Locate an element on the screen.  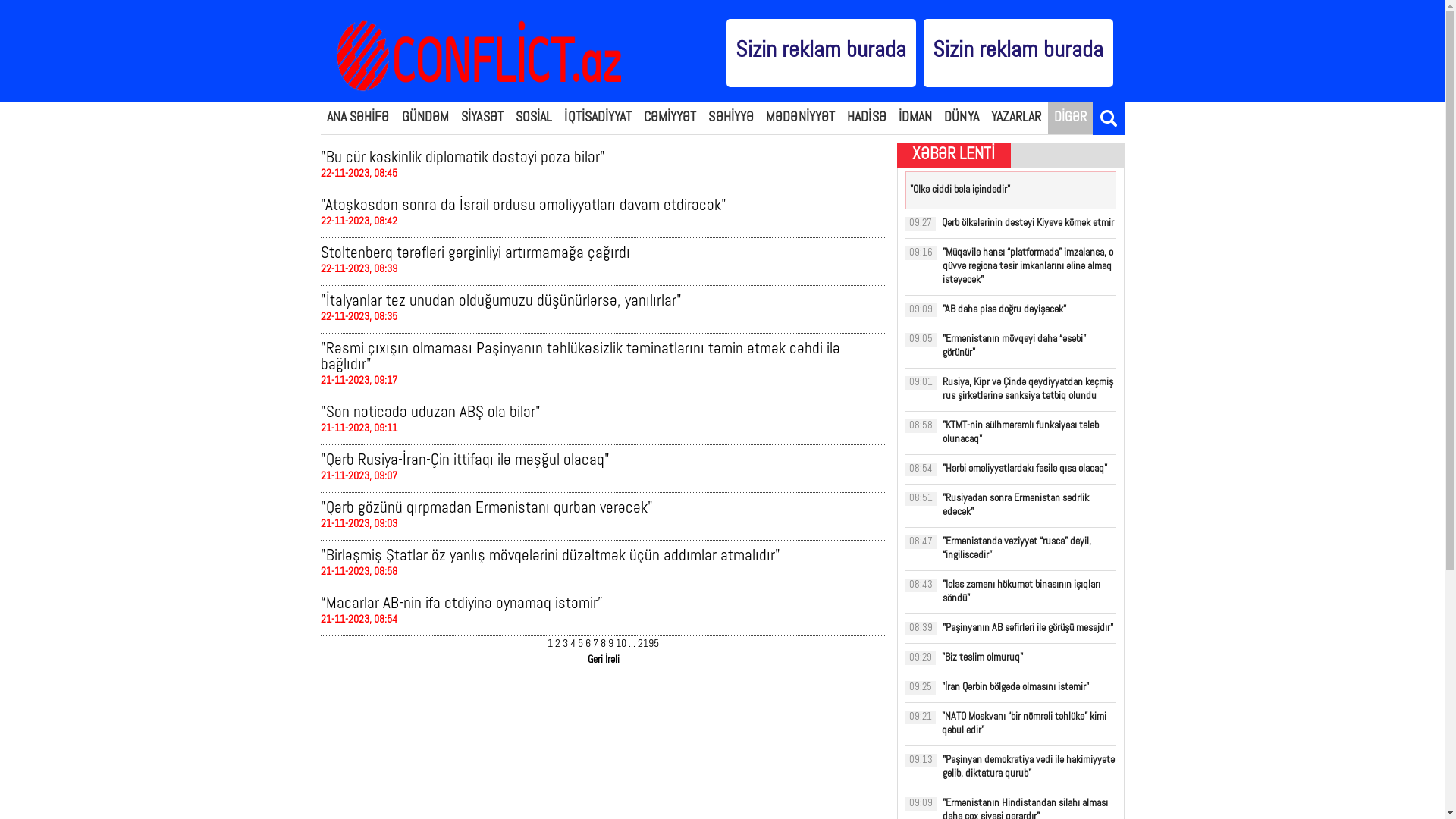
'2195' is located at coordinates (648, 644).